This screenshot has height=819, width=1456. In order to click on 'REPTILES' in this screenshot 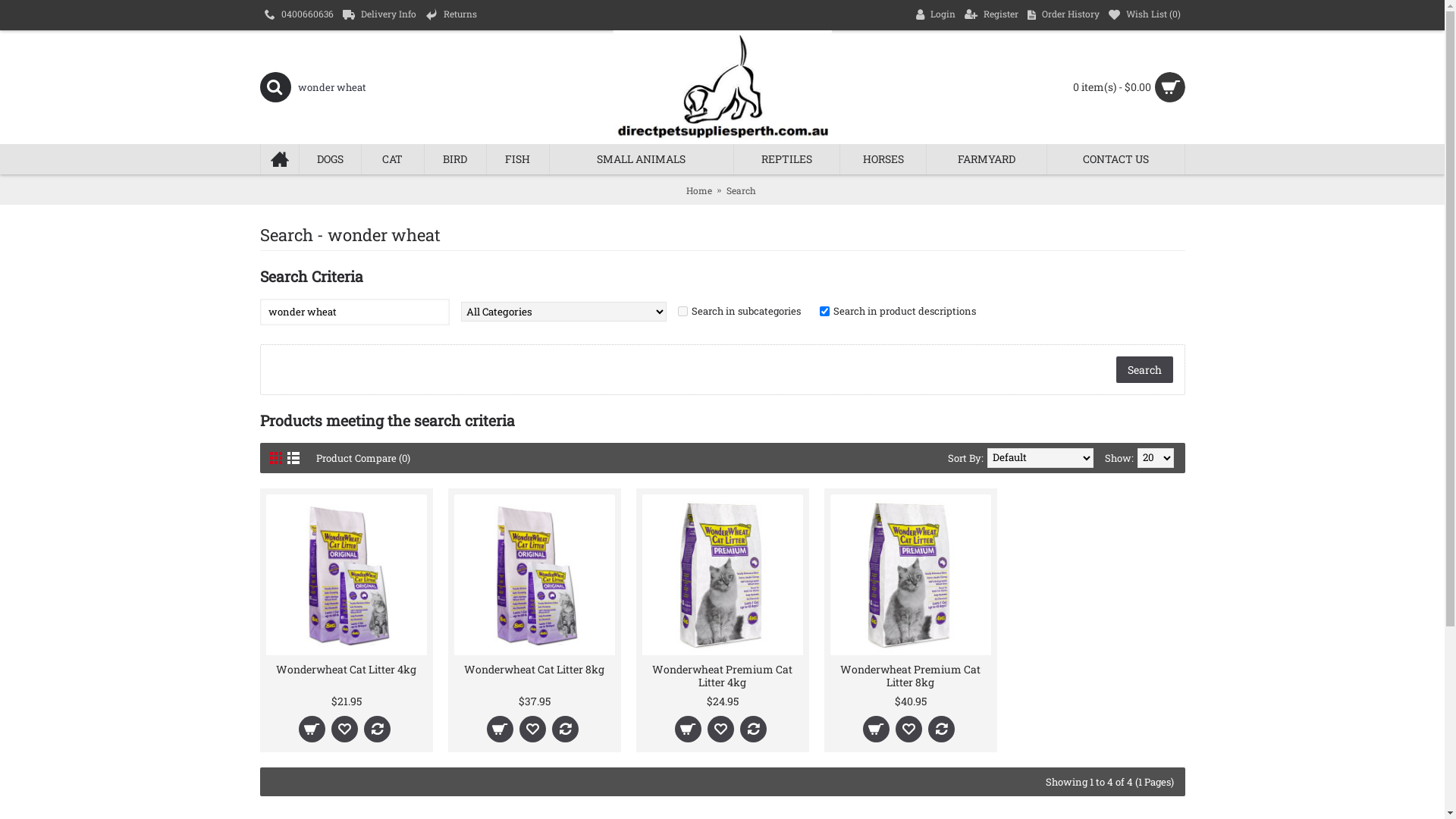, I will do `click(734, 158)`.